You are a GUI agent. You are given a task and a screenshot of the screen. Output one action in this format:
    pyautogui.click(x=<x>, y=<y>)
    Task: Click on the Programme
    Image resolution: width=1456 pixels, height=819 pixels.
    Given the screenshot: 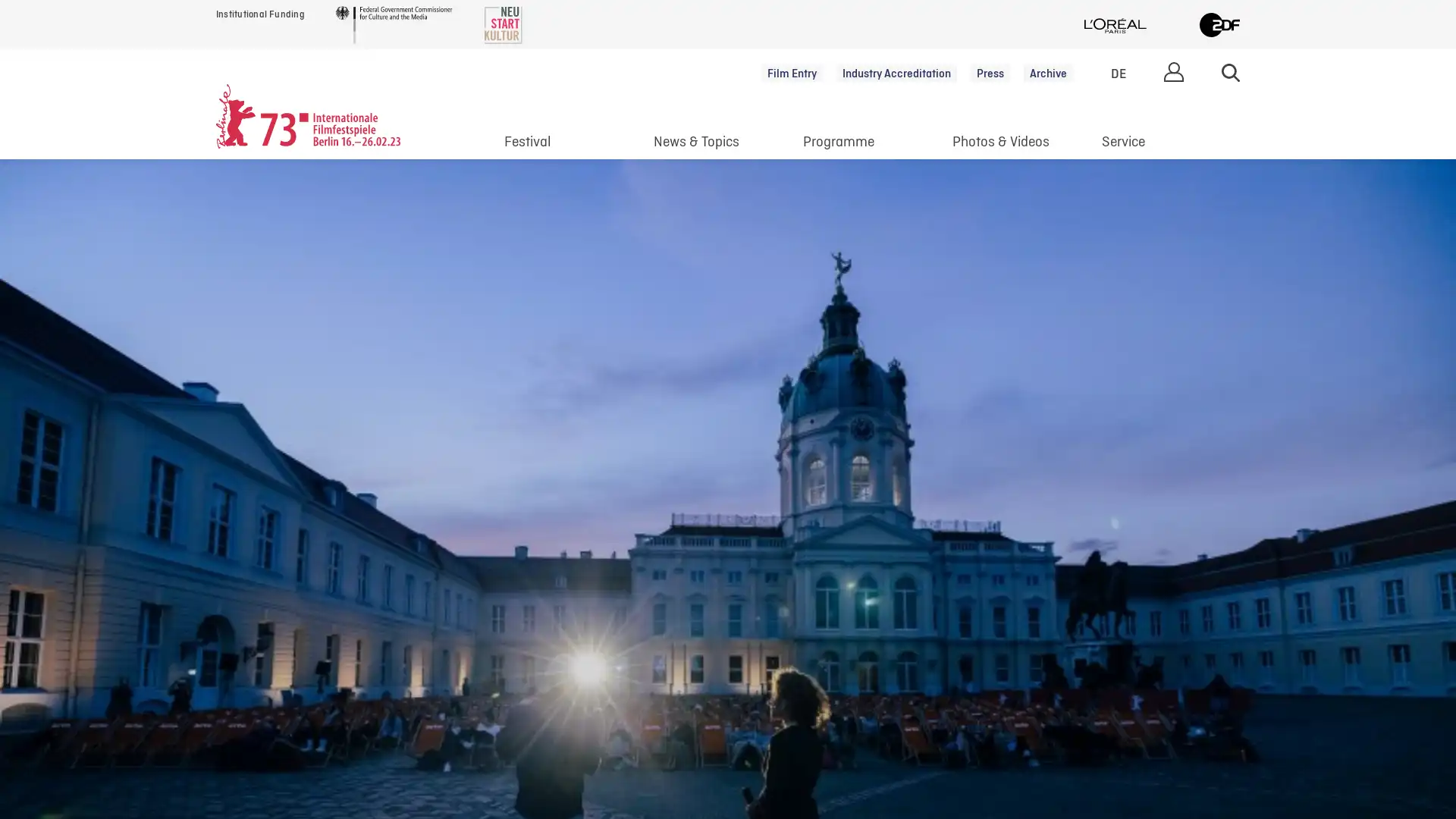 What is the action you would take?
    pyautogui.click(x=836, y=145)
    